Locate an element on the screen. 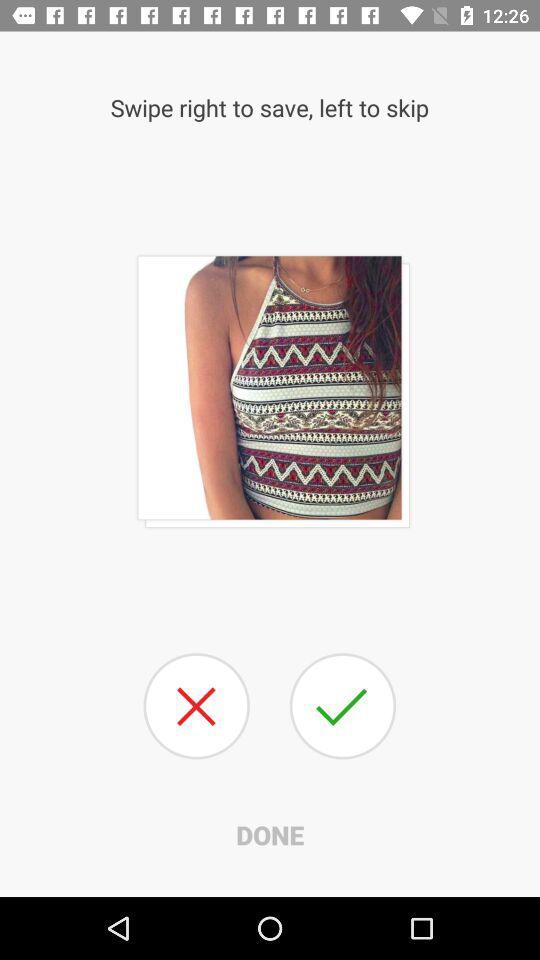 The height and width of the screenshot is (960, 540). save is located at coordinates (341, 706).